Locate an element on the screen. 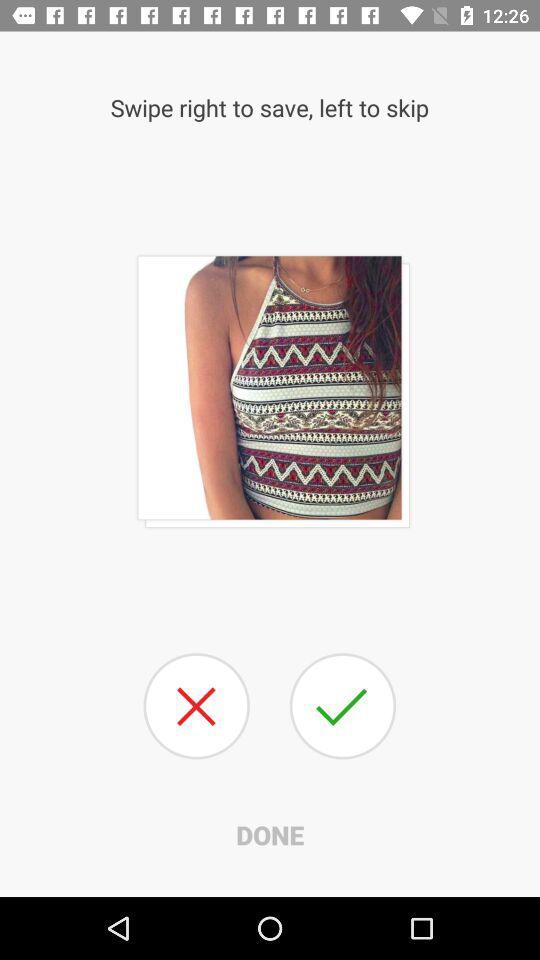 The height and width of the screenshot is (960, 540). save is located at coordinates (341, 706).